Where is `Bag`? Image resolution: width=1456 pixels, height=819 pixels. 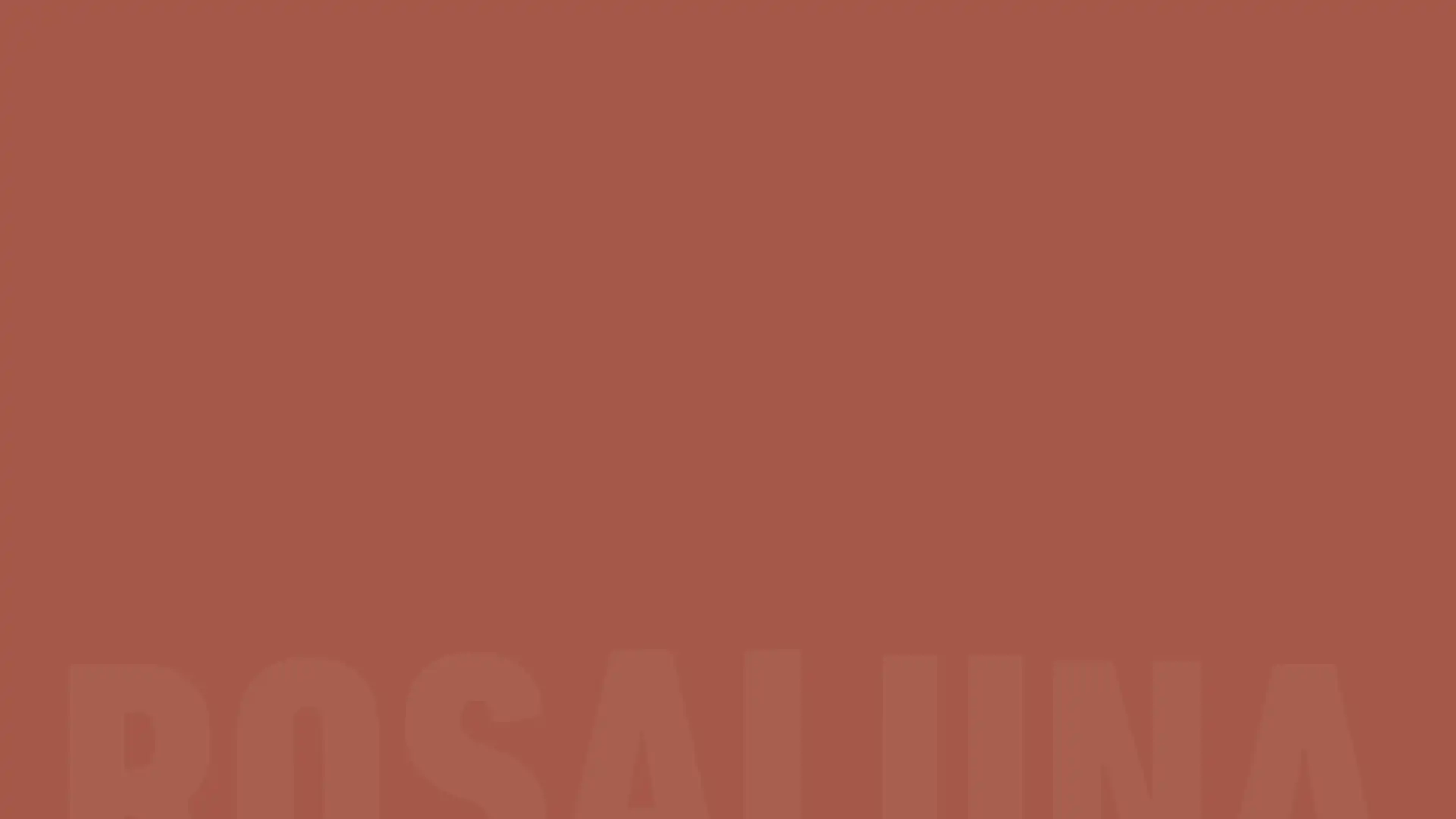
Bag is located at coordinates (1397, 54).